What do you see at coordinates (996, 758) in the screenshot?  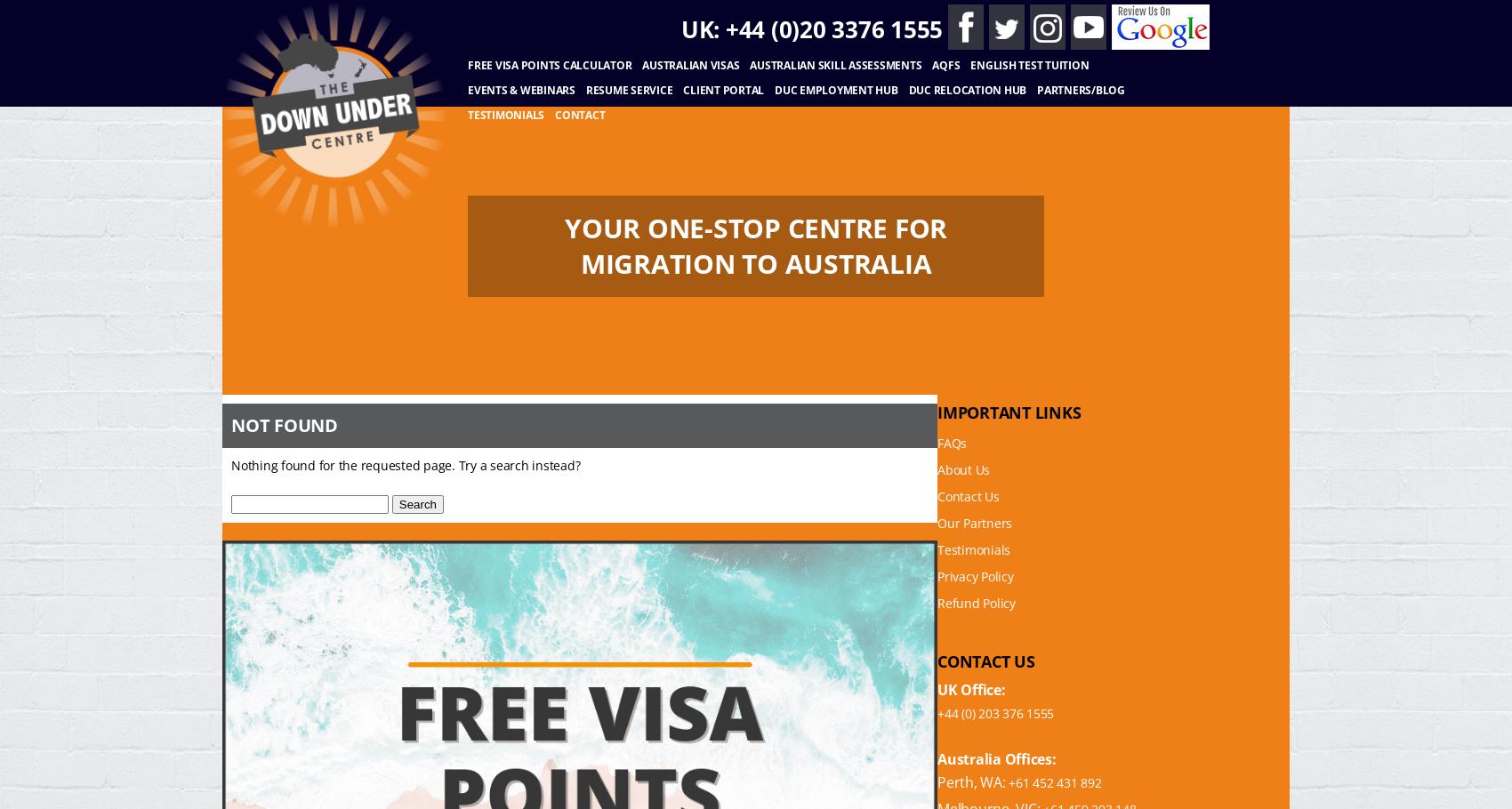 I see `'Australia Offices:'` at bounding box center [996, 758].